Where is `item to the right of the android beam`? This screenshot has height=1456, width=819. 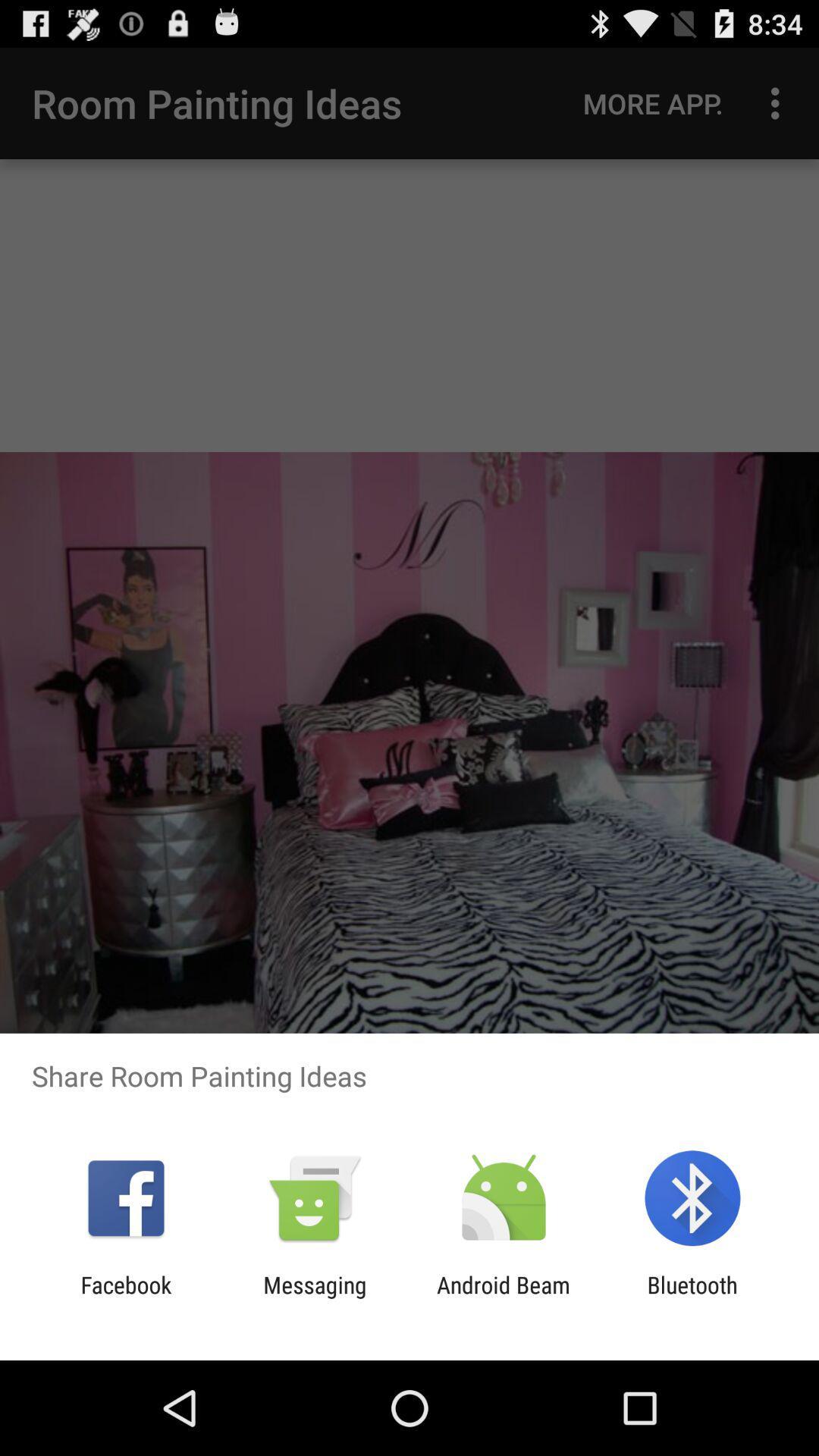
item to the right of the android beam is located at coordinates (692, 1298).